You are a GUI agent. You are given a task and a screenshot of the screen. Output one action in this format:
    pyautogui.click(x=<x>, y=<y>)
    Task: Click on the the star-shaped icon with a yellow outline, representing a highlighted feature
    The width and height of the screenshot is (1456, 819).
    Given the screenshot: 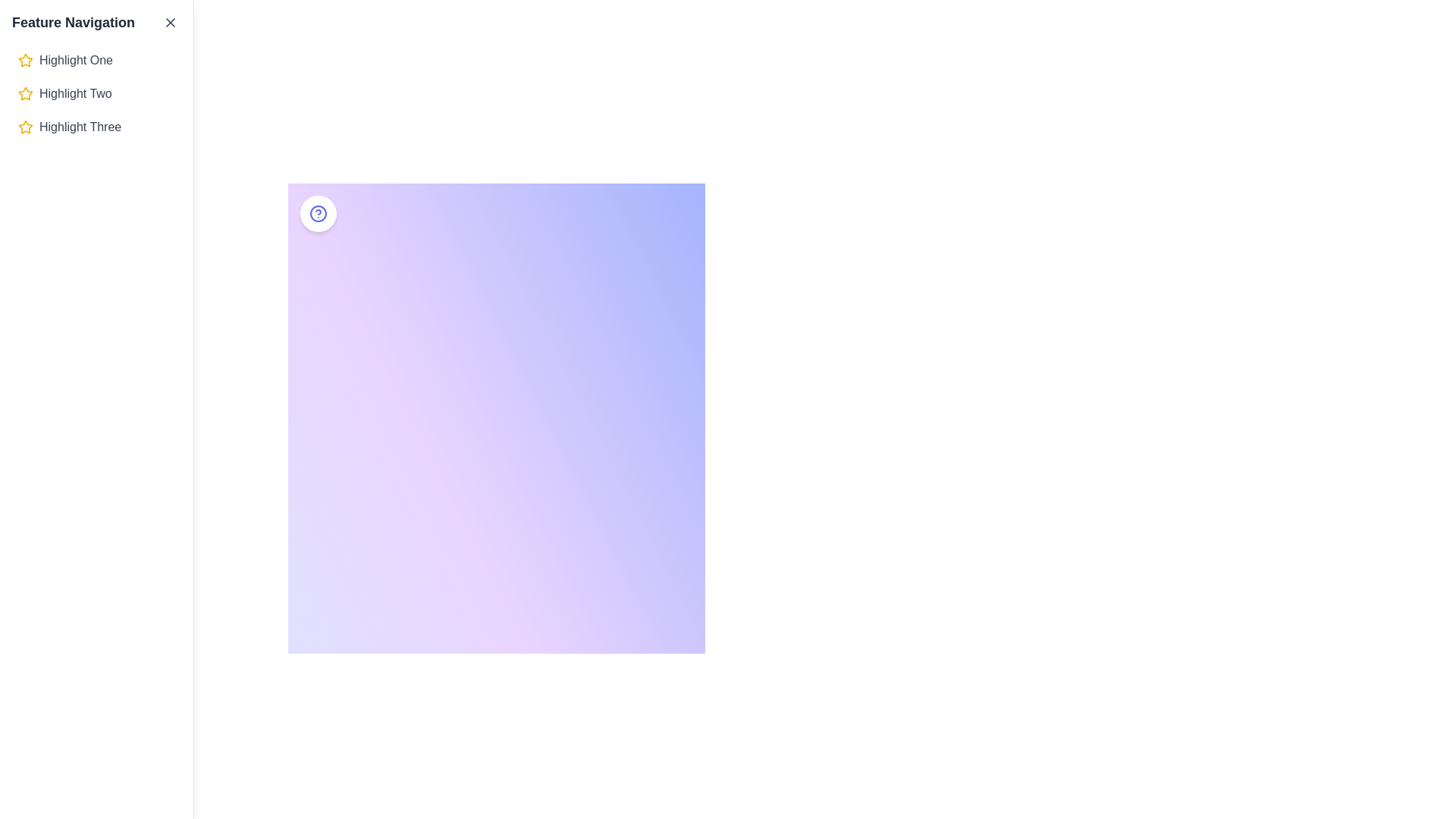 What is the action you would take?
    pyautogui.click(x=25, y=60)
    